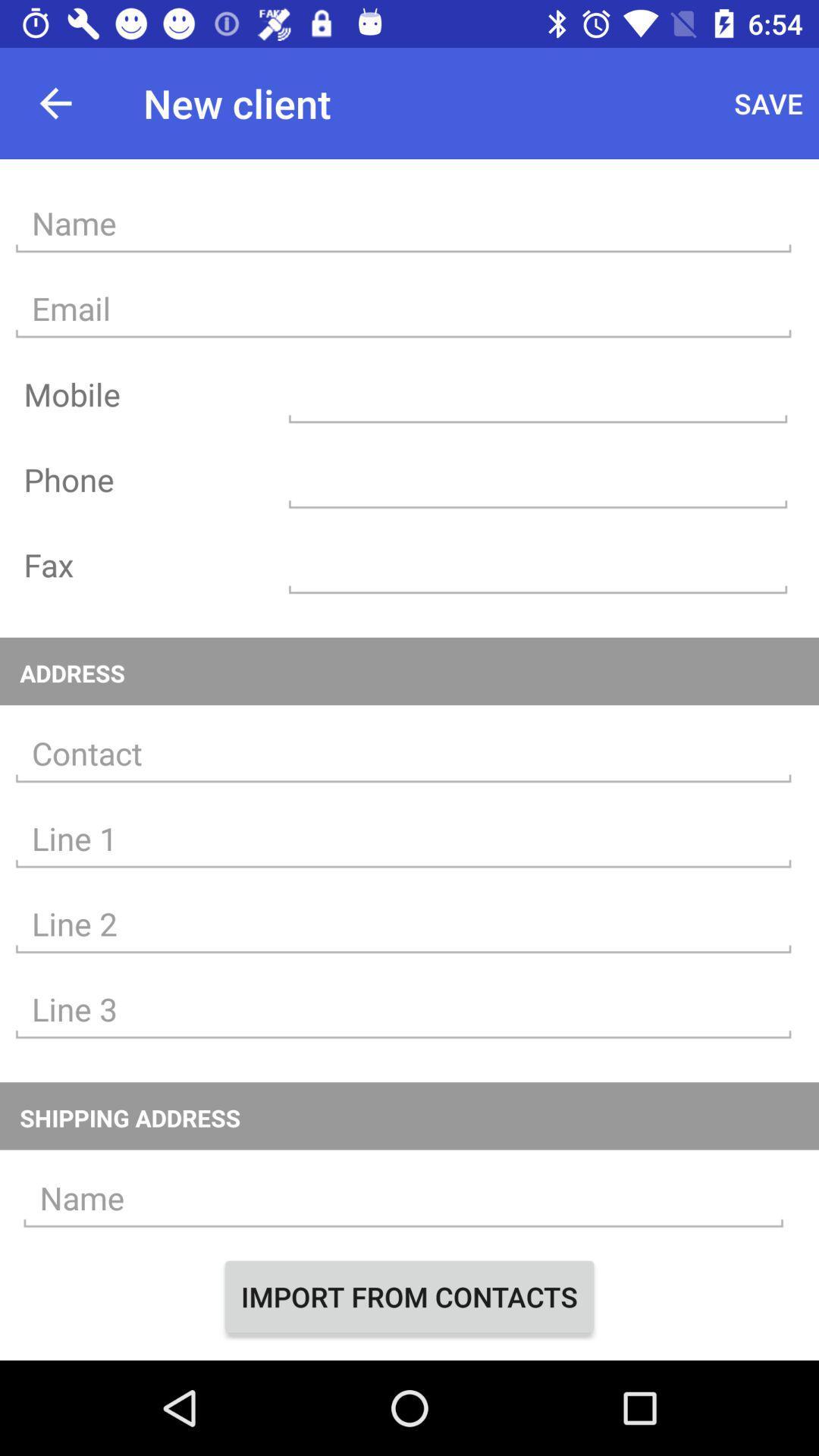 The image size is (819, 1456). I want to click on the import from contacts, so click(409, 1295).